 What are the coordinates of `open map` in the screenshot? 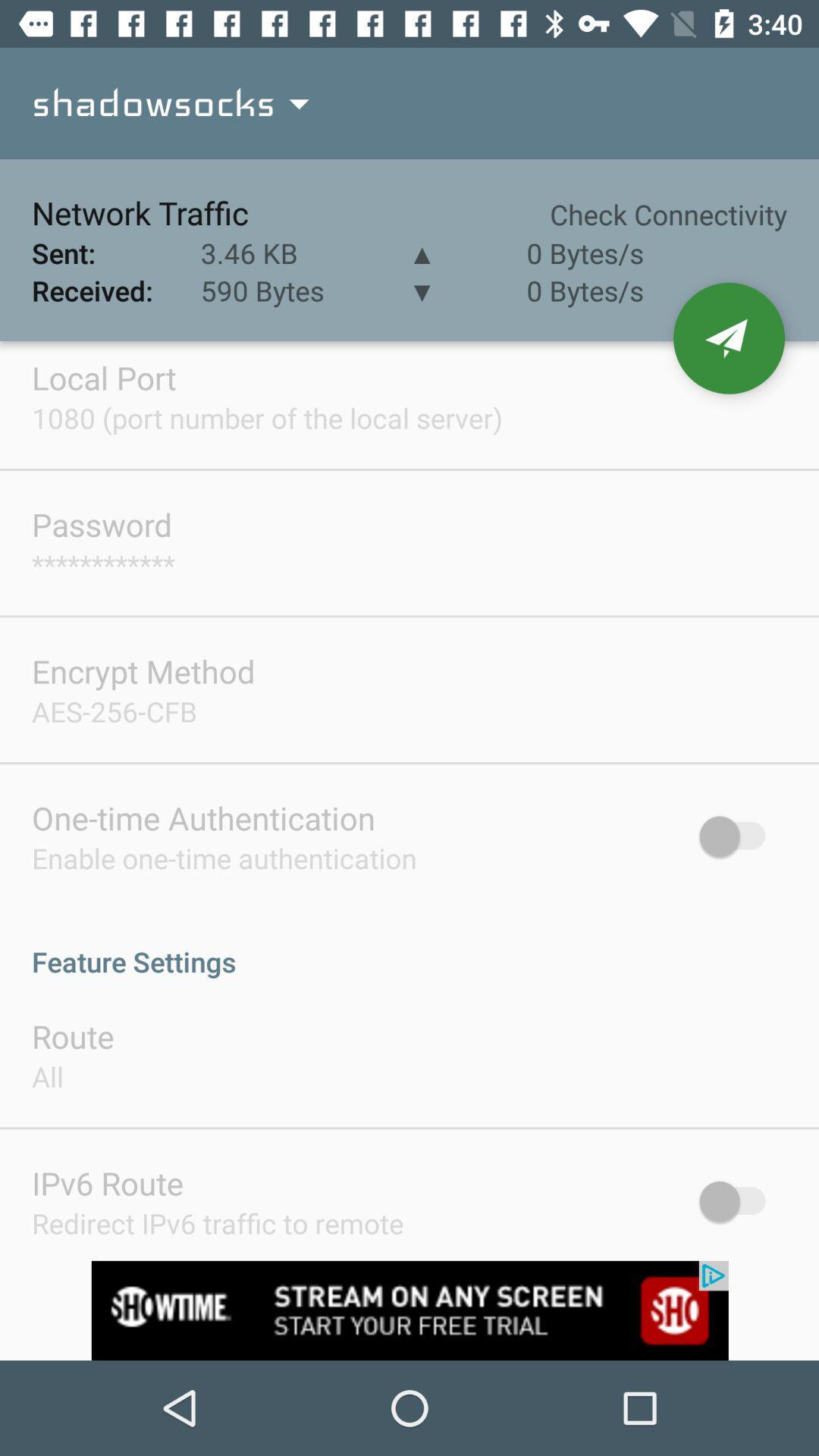 It's located at (728, 337).